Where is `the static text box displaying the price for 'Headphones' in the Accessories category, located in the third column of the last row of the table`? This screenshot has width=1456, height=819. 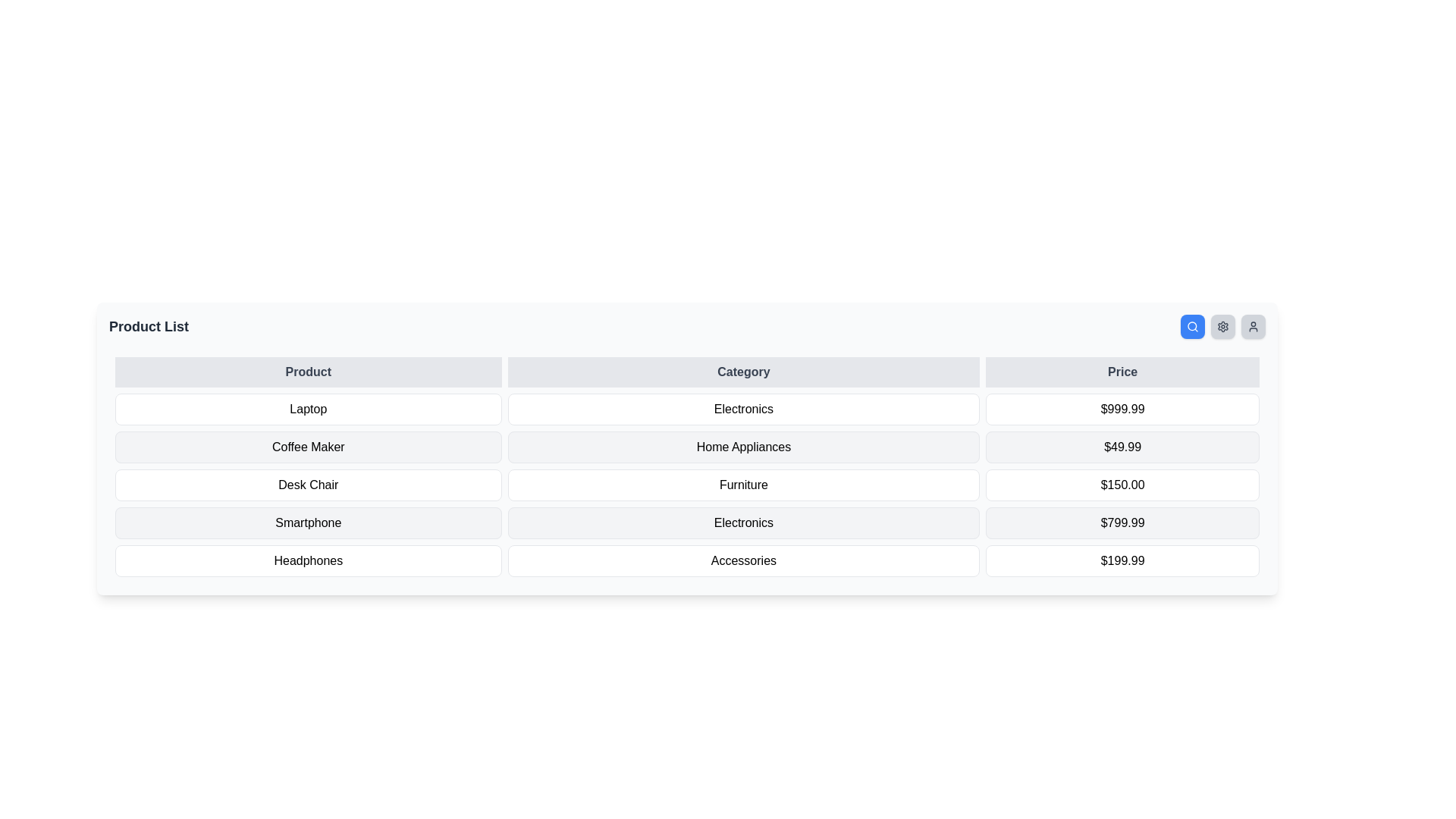 the static text box displaying the price for 'Headphones' in the Accessories category, located in the third column of the last row of the table is located at coordinates (1122, 561).